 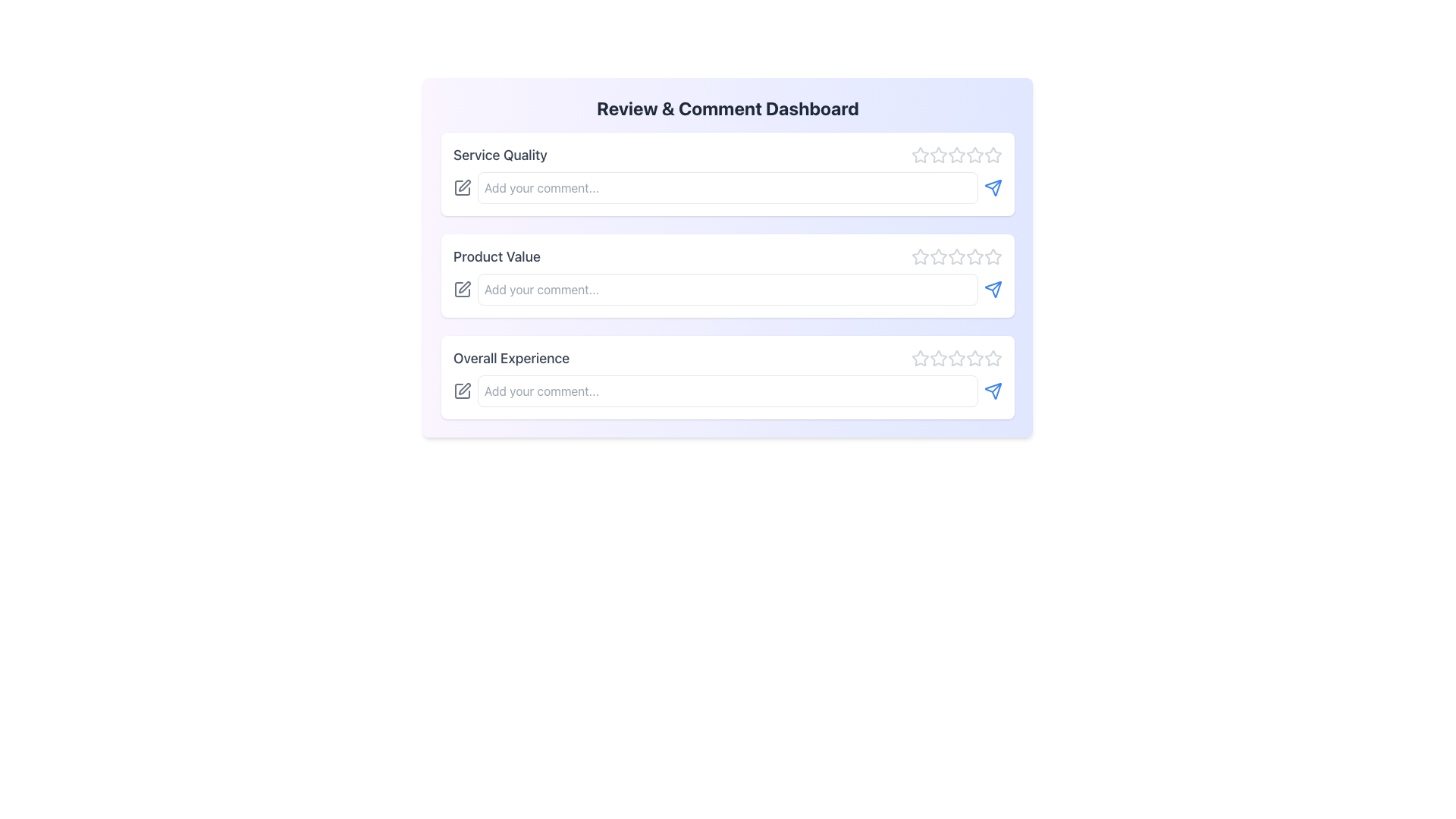 What do you see at coordinates (938, 359) in the screenshot?
I see `the second star icon in the 'Overall Experience' rating section to select the rating` at bounding box center [938, 359].